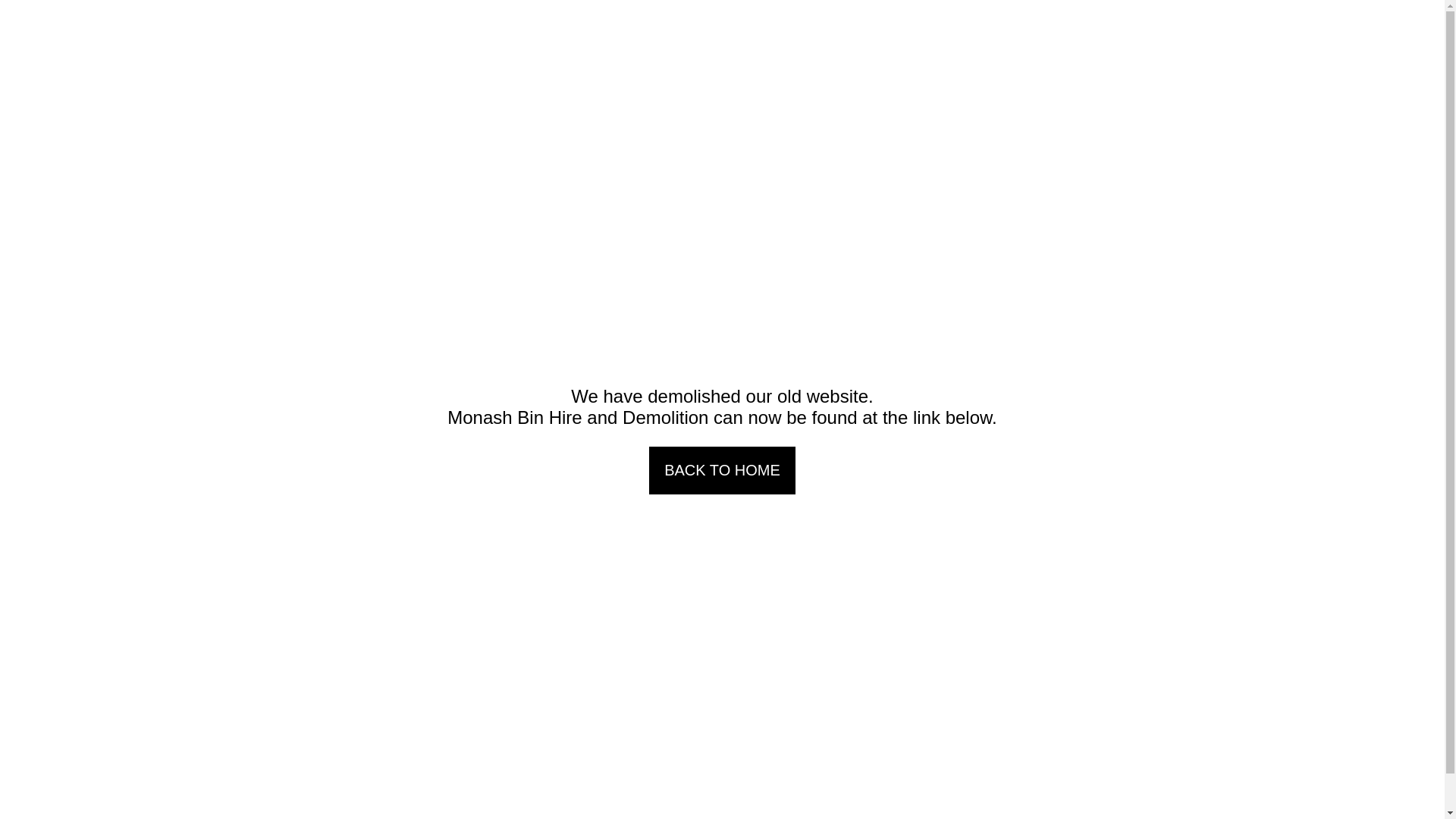 The image size is (1456, 819). What do you see at coordinates (721, 469) in the screenshot?
I see `'BACK TO HOME'` at bounding box center [721, 469].